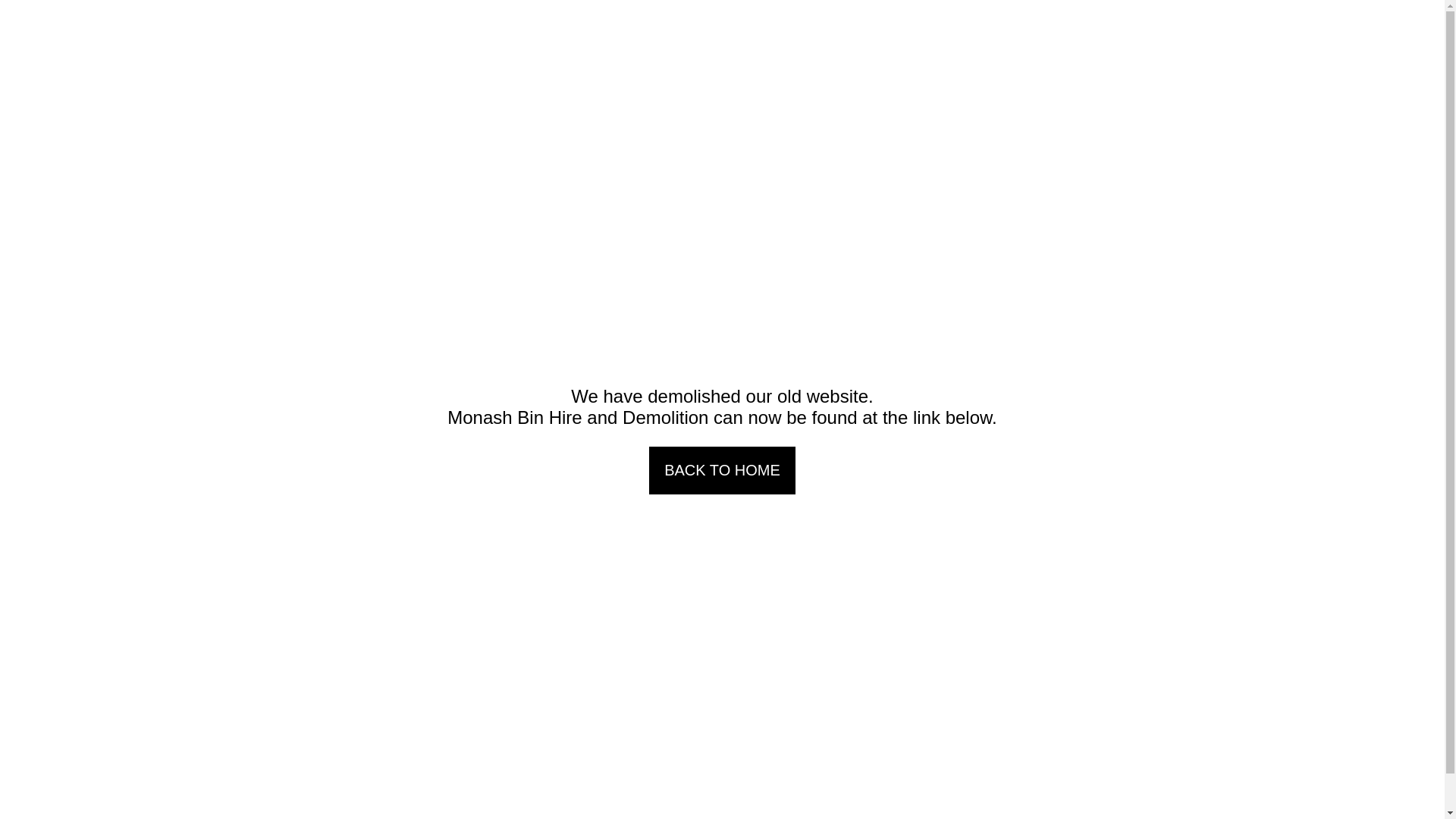 The image size is (1456, 819). What do you see at coordinates (721, 469) in the screenshot?
I see `'BACK TO HOME'` at bounding box center [721, 469].